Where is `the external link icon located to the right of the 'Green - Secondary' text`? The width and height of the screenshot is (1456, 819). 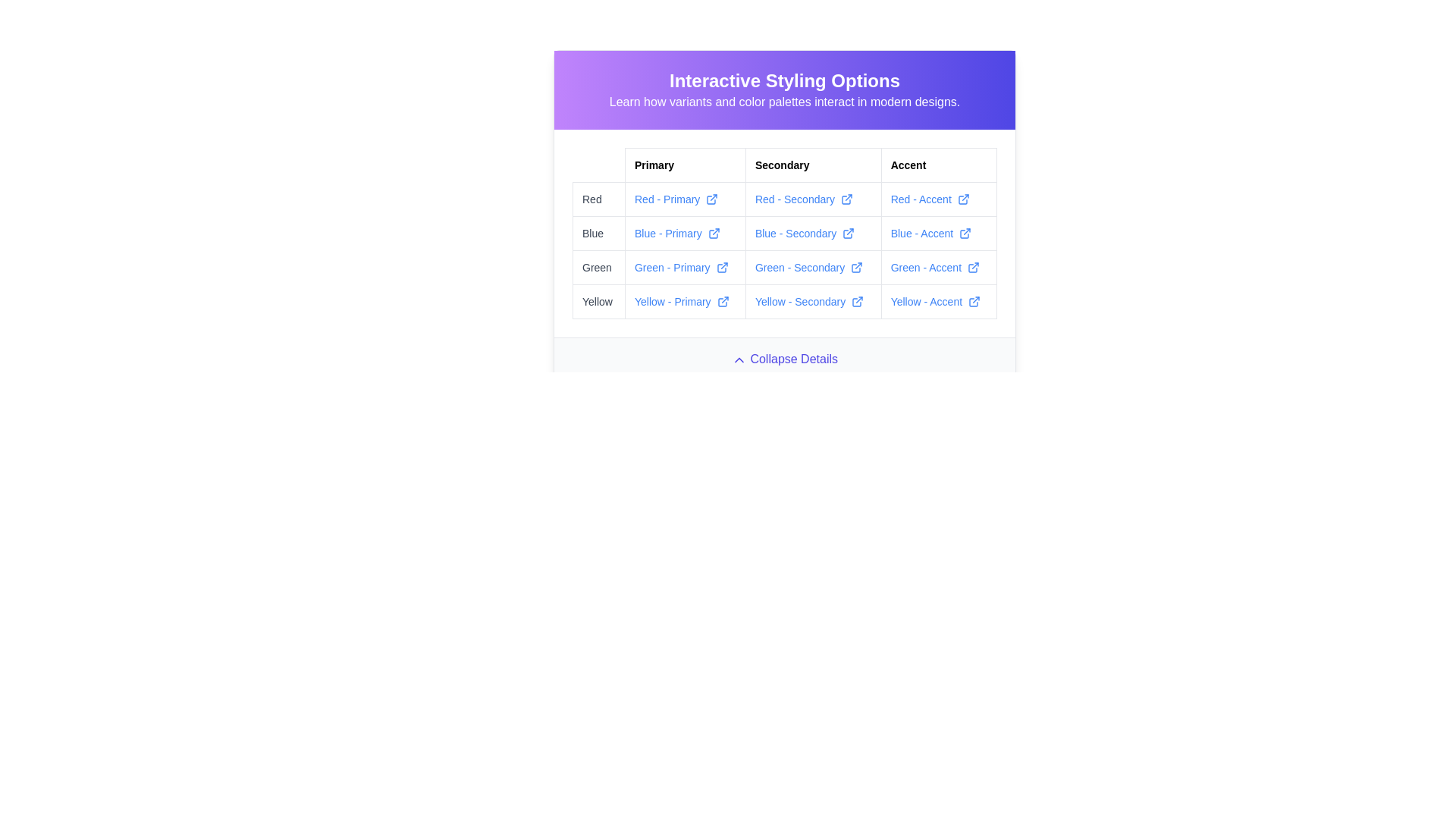 the external link icon located to the right of the 'Green - Secondary' text is located at coordinates (857, 267).